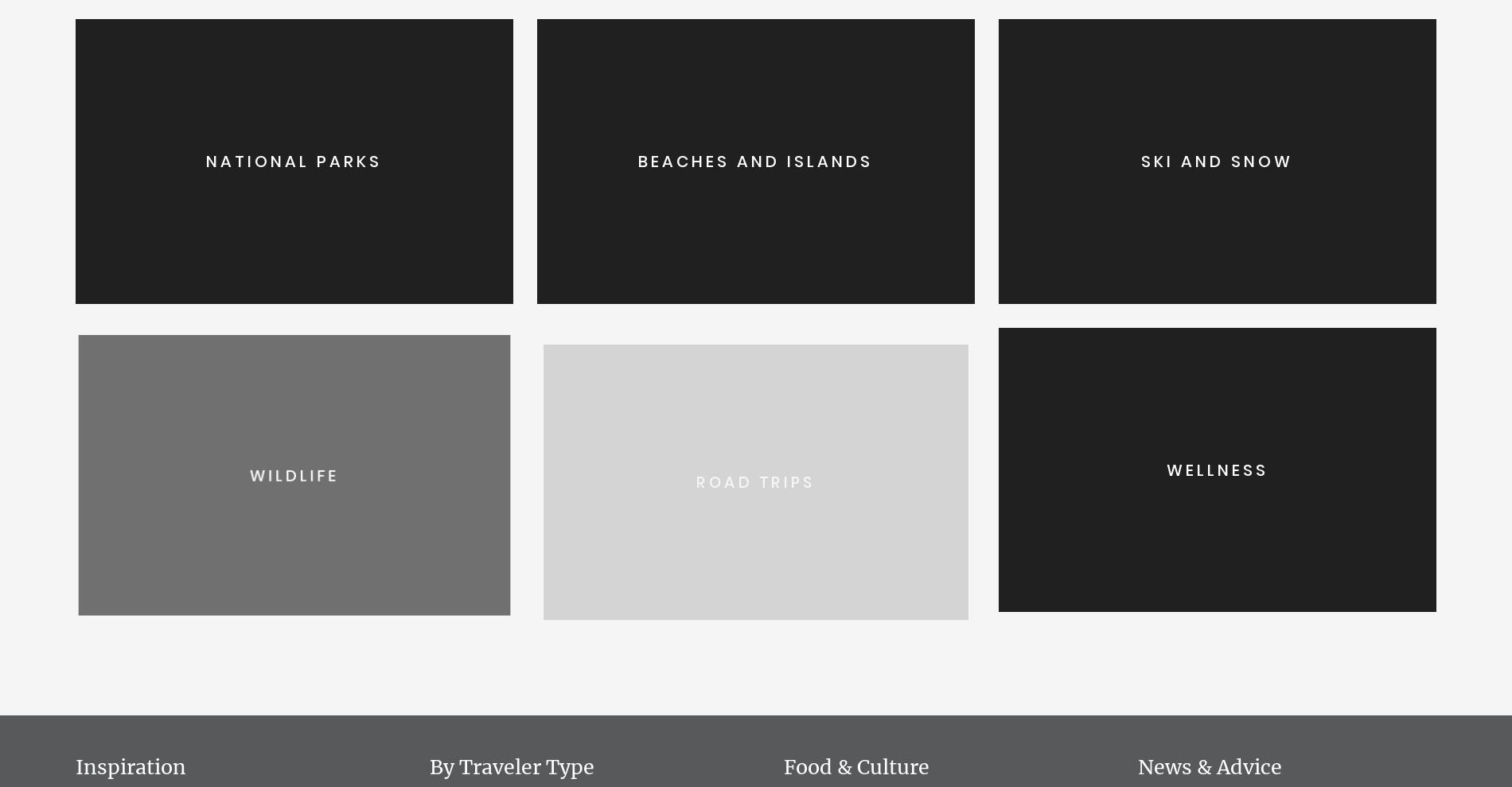 This screenshot has width=1512, height=787. Describe the element at coordinates (1217, 160) in the screenshot. I see `'Ski and Snow'` at that location.